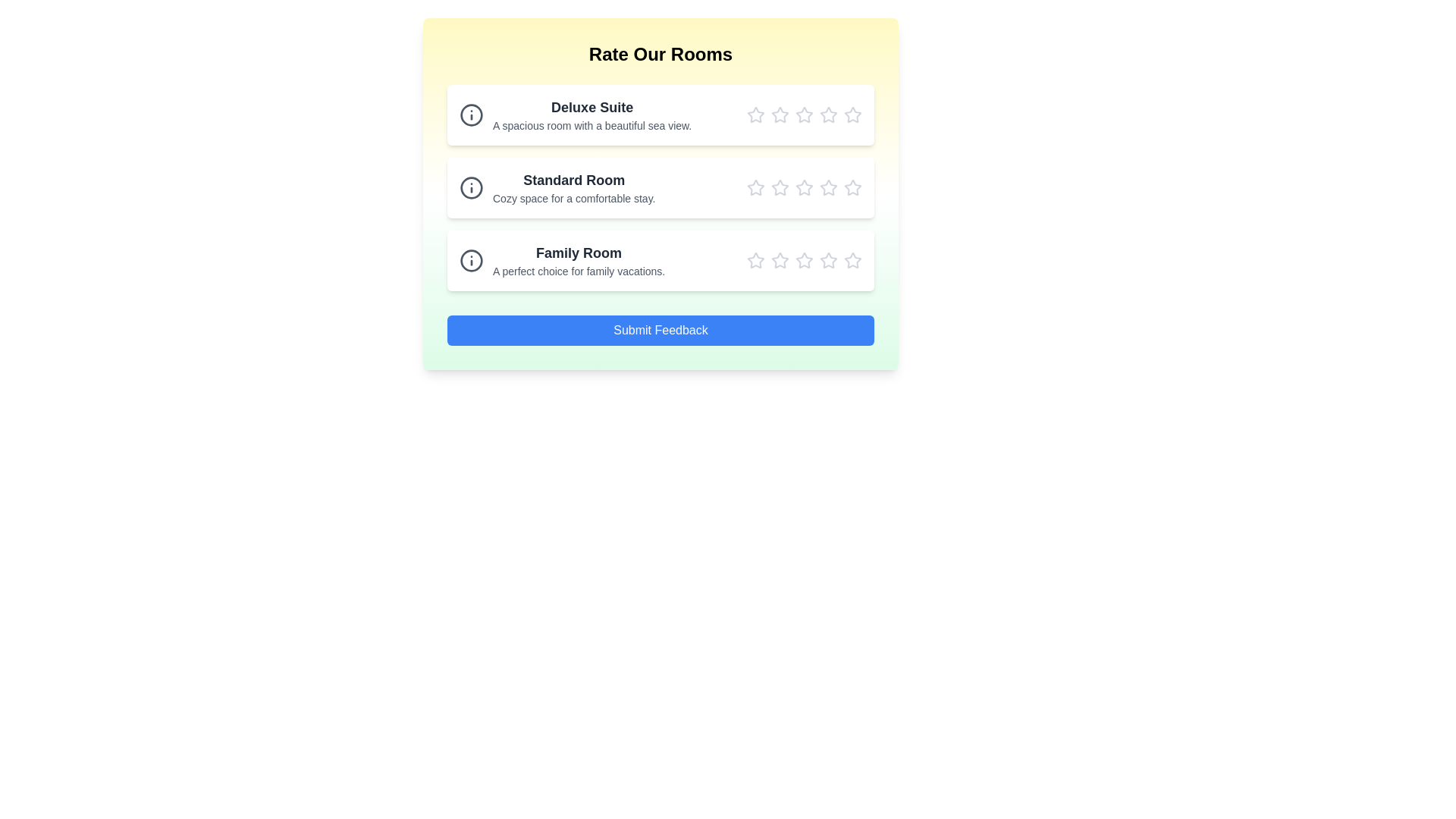 The width and height of the screenshot is (1456, 819). I want to click on the 'Submit Feedback' button to submit the feedback, so click(661, 329).